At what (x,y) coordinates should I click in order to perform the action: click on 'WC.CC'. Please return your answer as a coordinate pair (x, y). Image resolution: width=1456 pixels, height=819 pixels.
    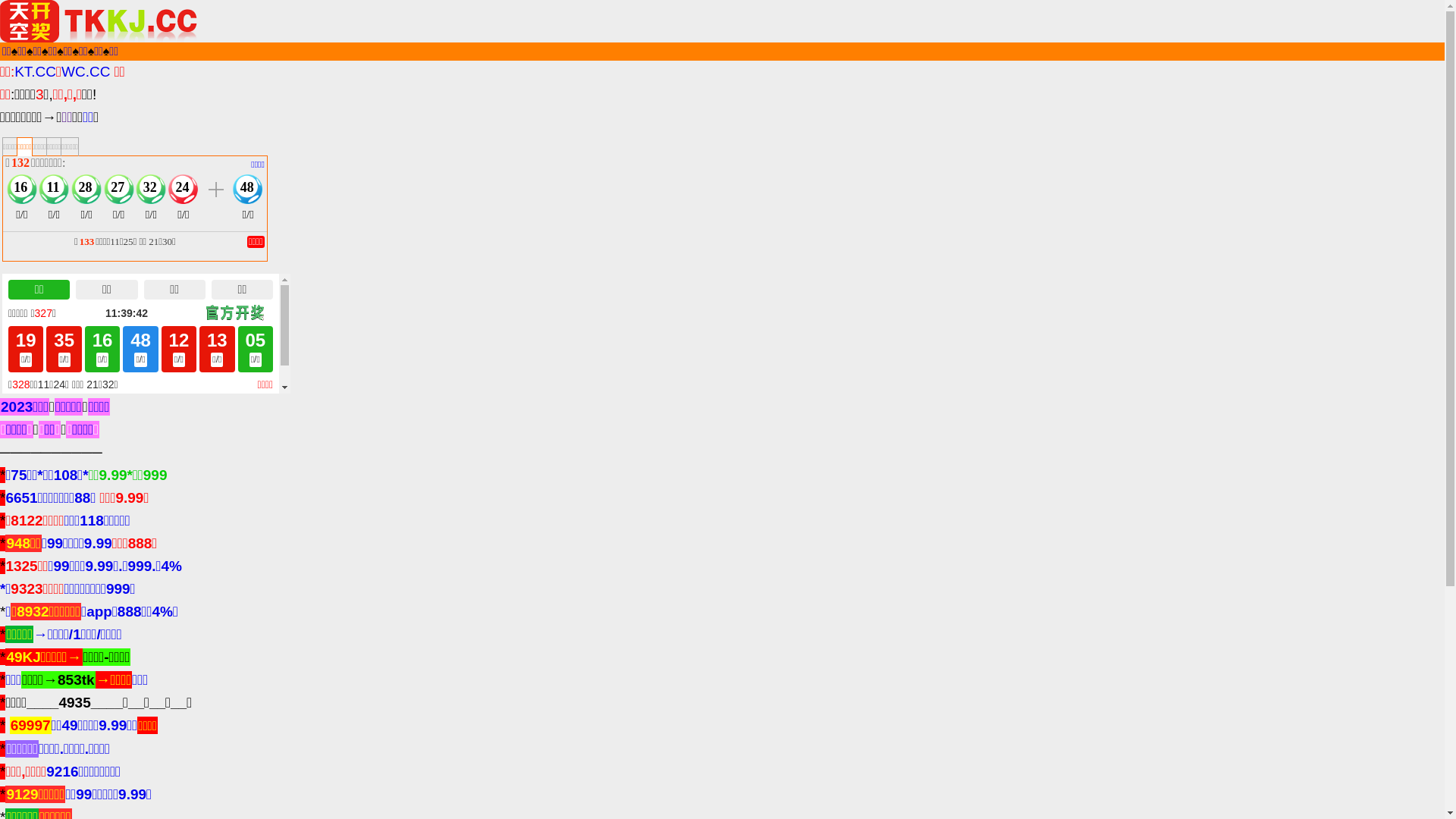
    Looking at the image, I should click on (85, 71).